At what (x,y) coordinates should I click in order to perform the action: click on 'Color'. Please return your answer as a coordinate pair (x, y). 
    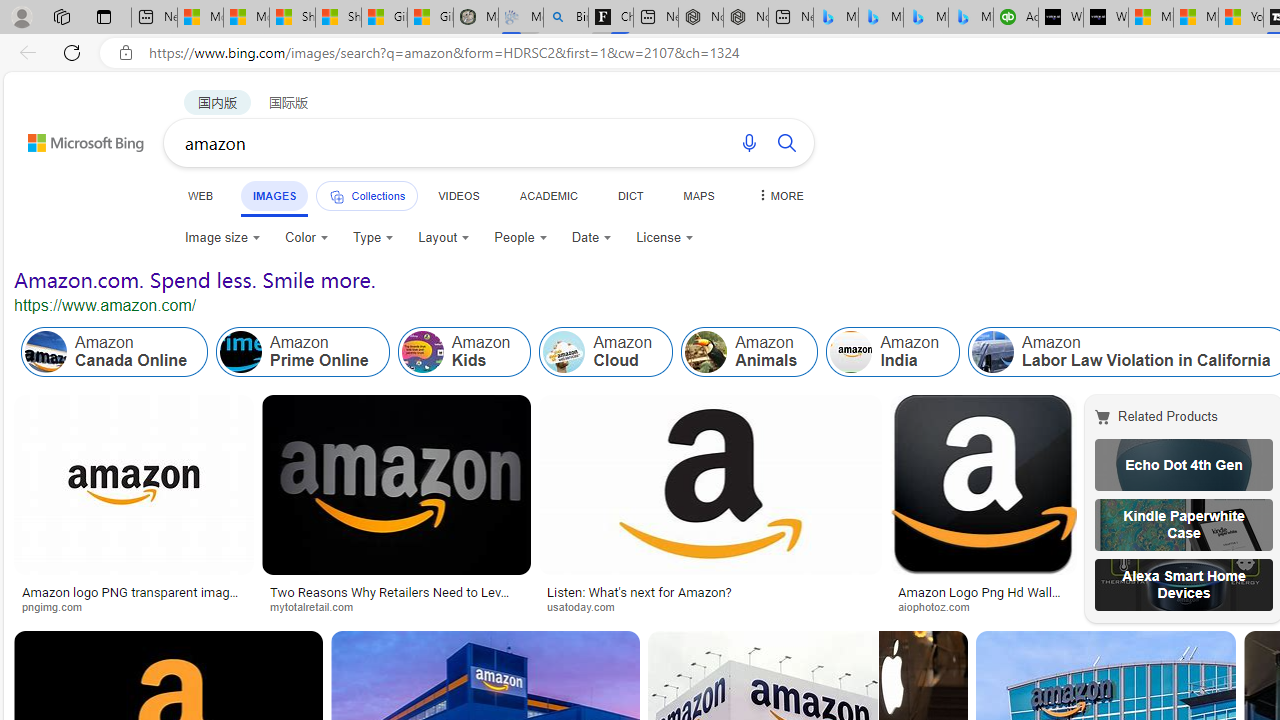
    Looking at the image, I should click on (304, 236).